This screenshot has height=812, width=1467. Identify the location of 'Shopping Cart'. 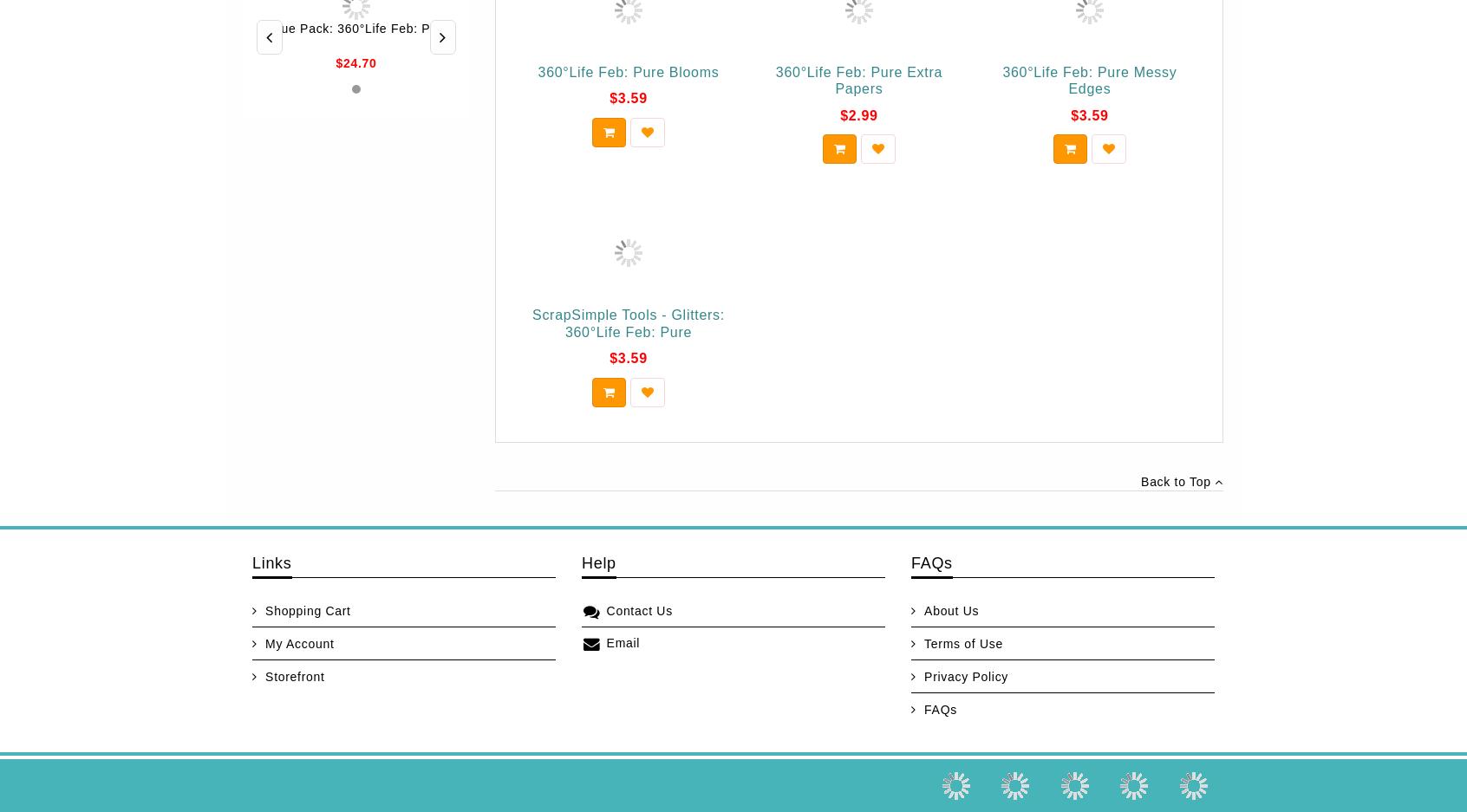
(264, 610).